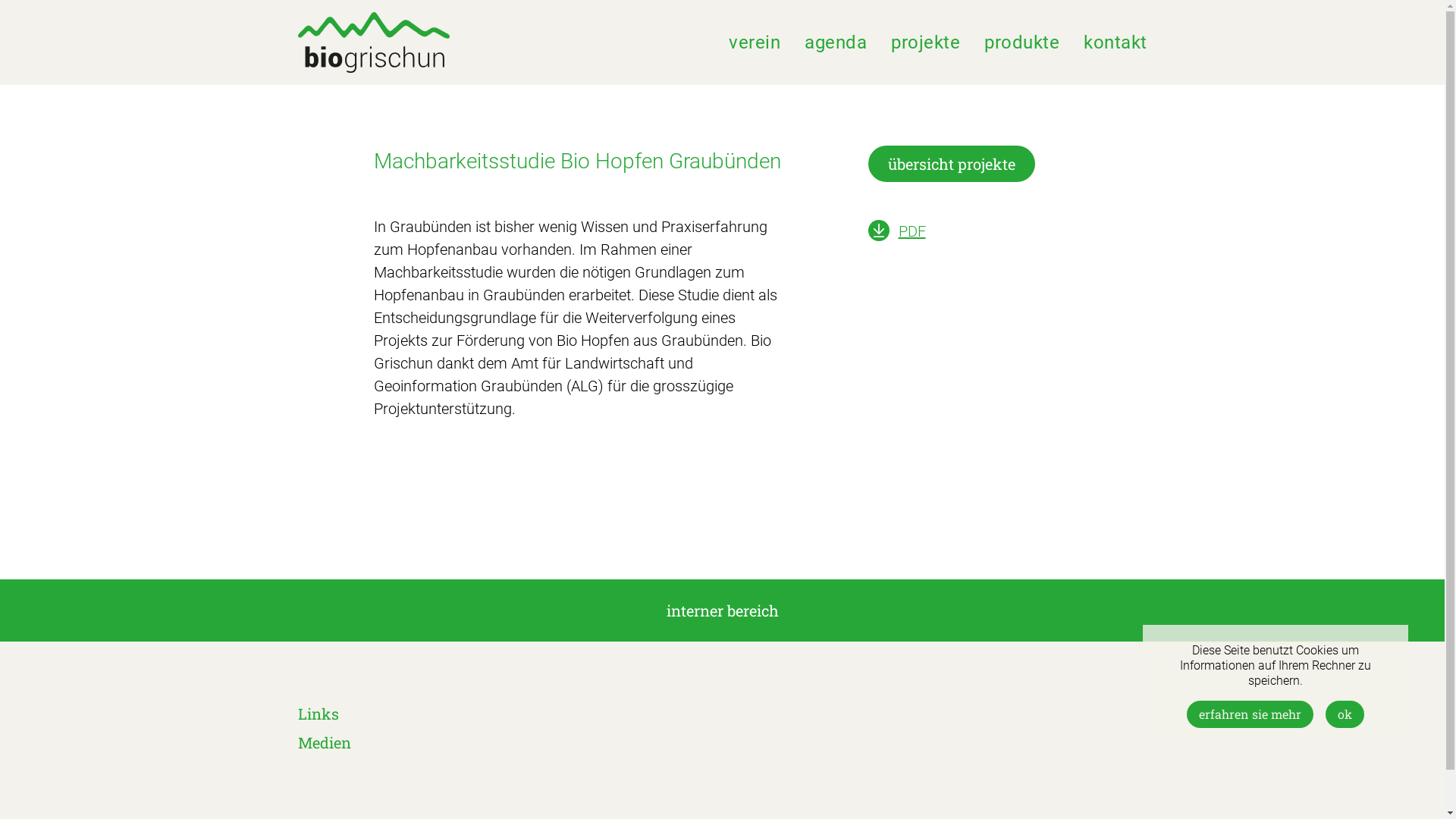 Image resolution: width=1456 pixels, height=819 pixels. Describe the element at coordinates (1083, 42) in the screenshot. I see `'kontakt'` at that location.